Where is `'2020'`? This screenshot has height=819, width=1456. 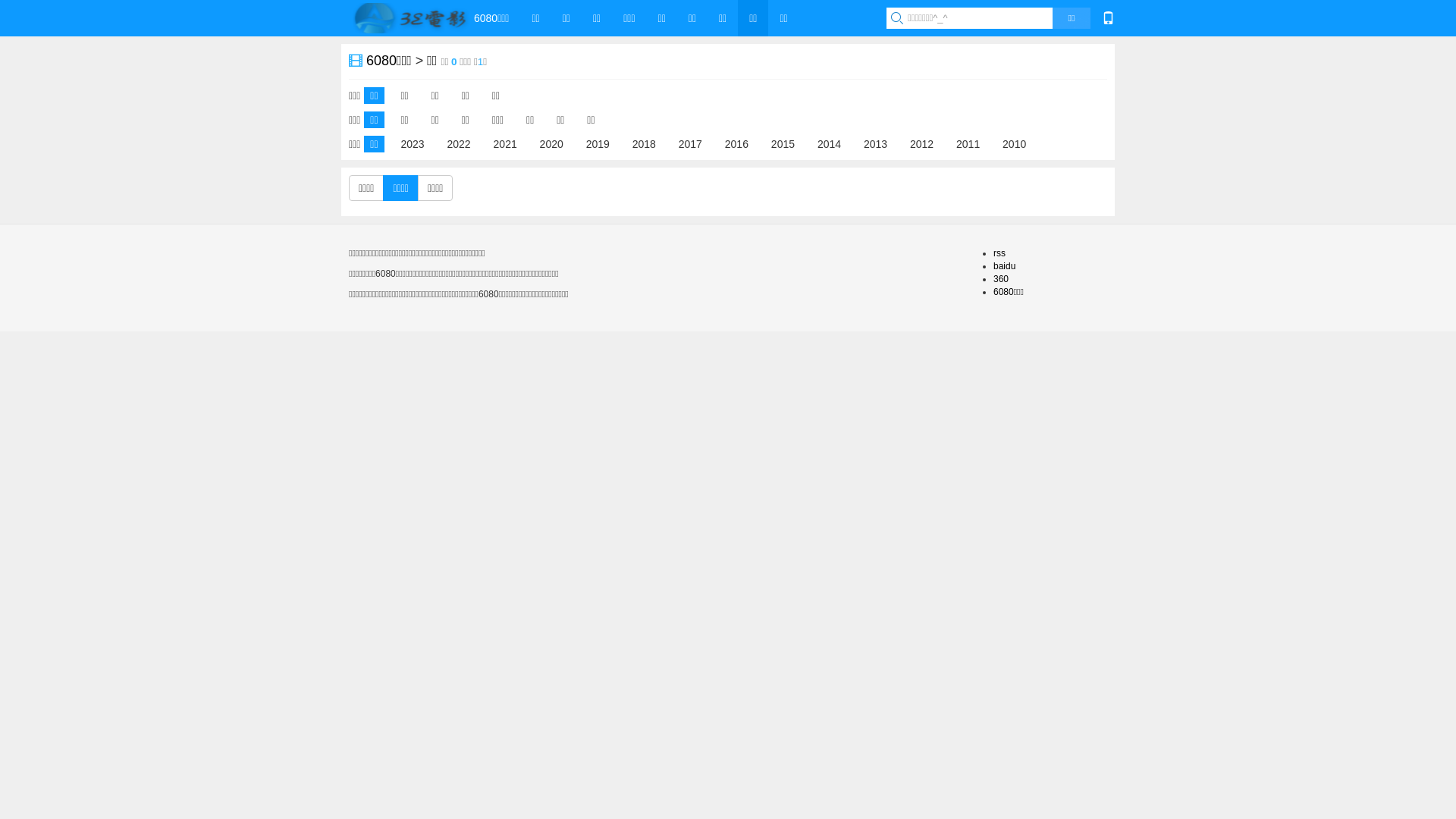
'2020' is located at coordinates (551, 143).